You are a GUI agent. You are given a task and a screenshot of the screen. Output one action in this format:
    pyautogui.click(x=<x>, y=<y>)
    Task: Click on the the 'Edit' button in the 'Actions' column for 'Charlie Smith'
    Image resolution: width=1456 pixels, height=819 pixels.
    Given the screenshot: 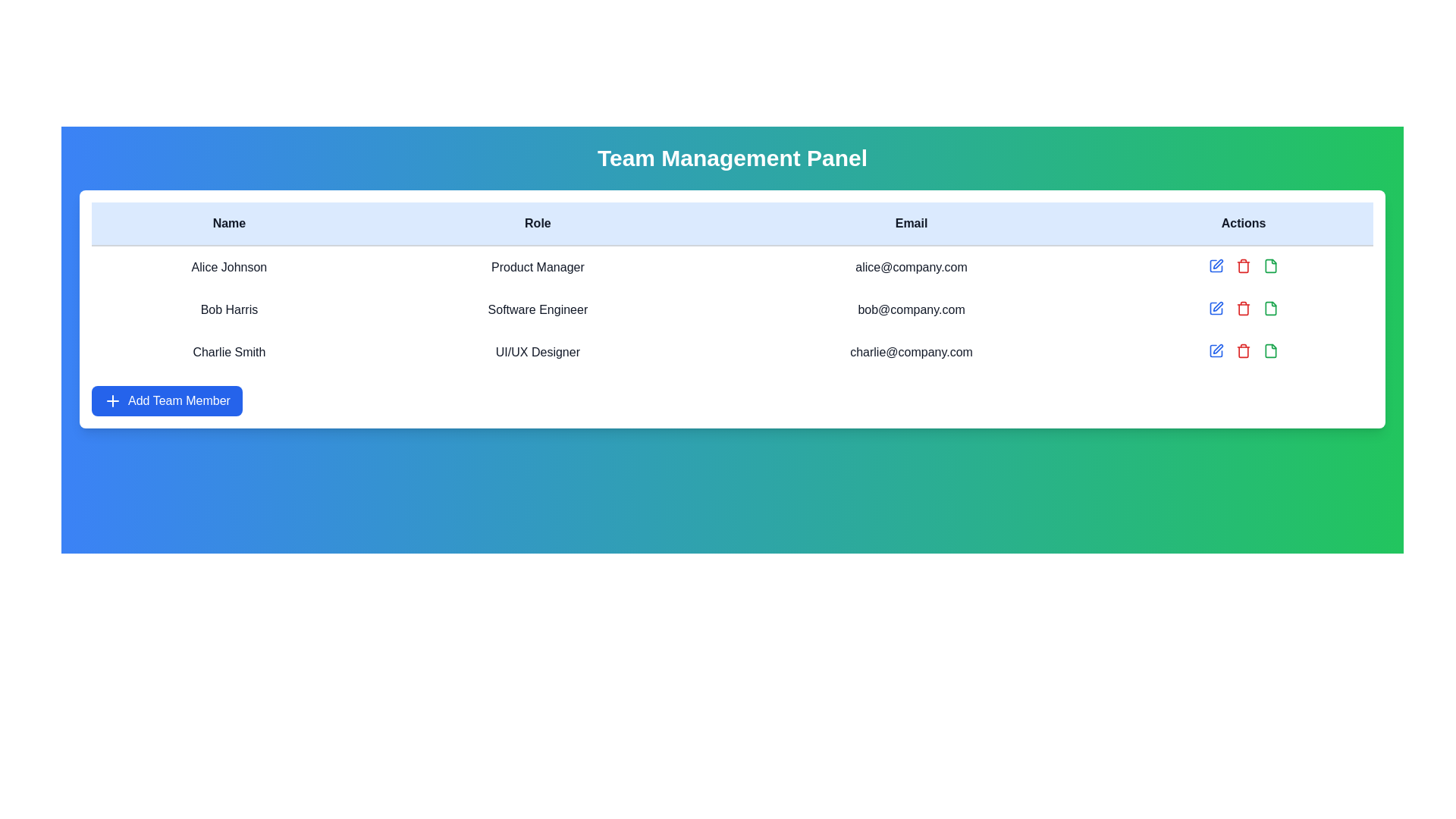 What is the action you would take?
    pyautogui.click(x=1216, y=350)
    